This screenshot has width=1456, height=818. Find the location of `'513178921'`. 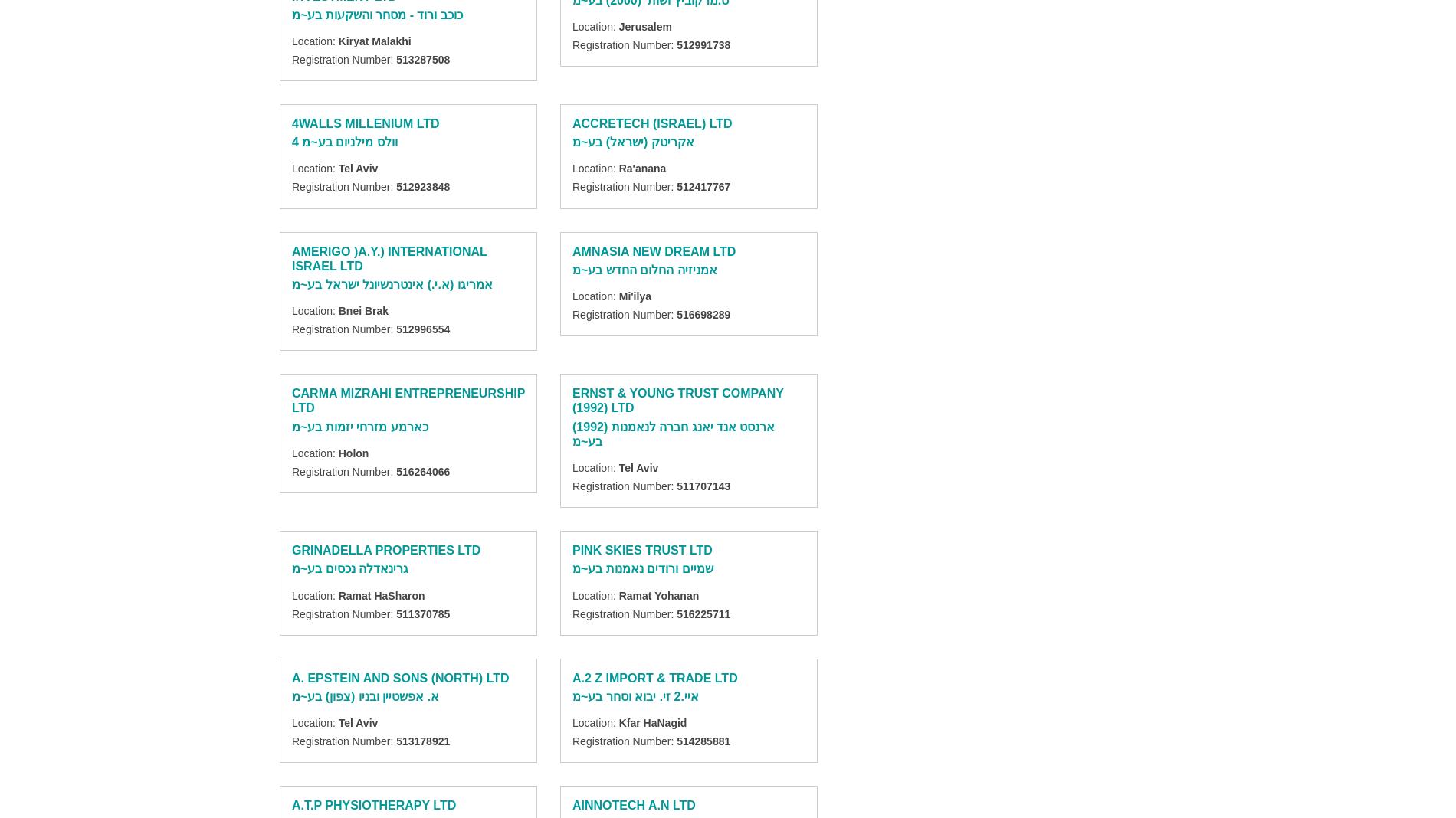

'513178921' is located at coordinates (395, 741).